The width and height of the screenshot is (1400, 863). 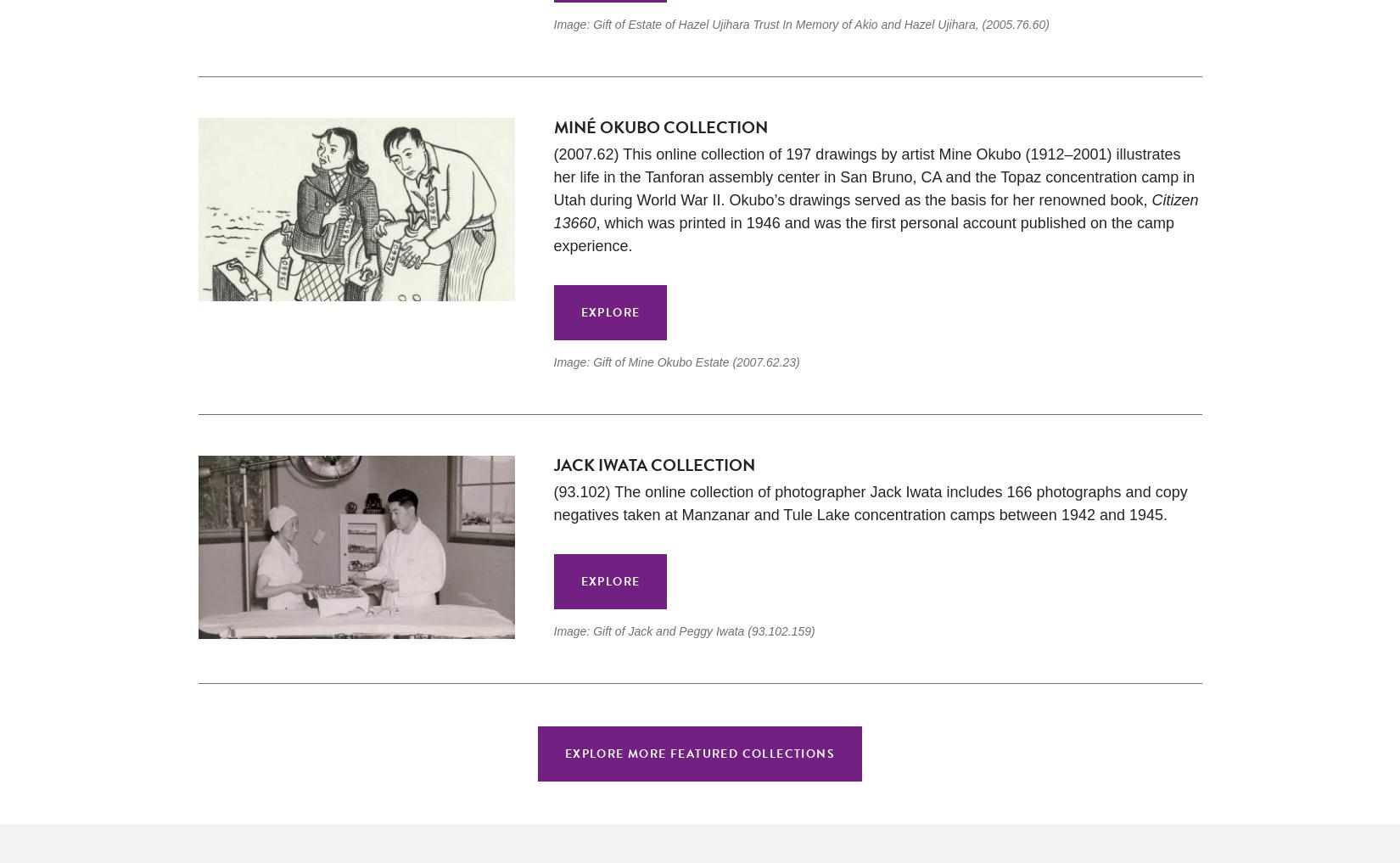 What do you see at coordinates (876, 210) in the screenshot?
I see `'Citizen 13660'` at bounding box center [876, 210].